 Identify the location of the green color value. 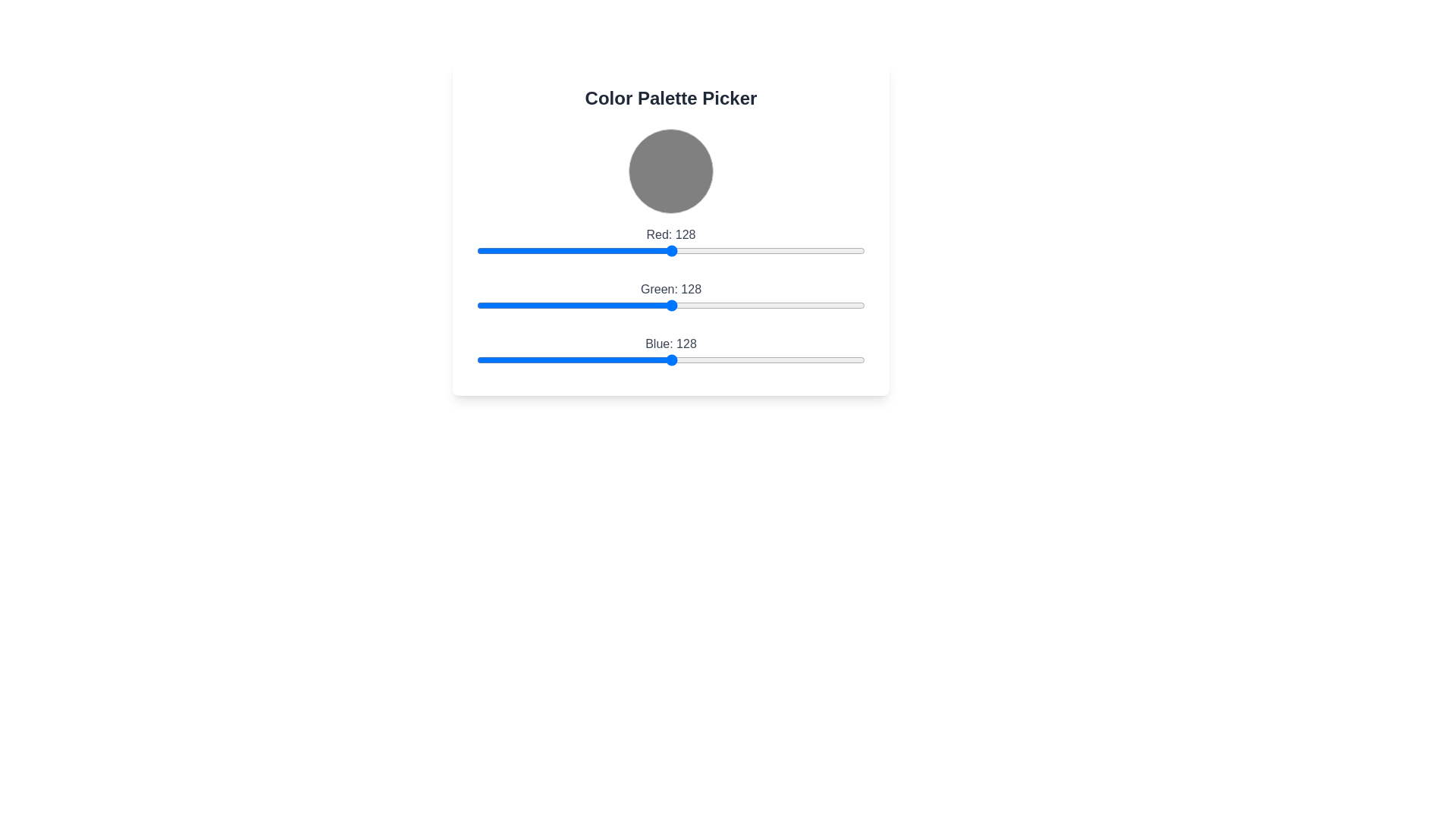
(585, 305).